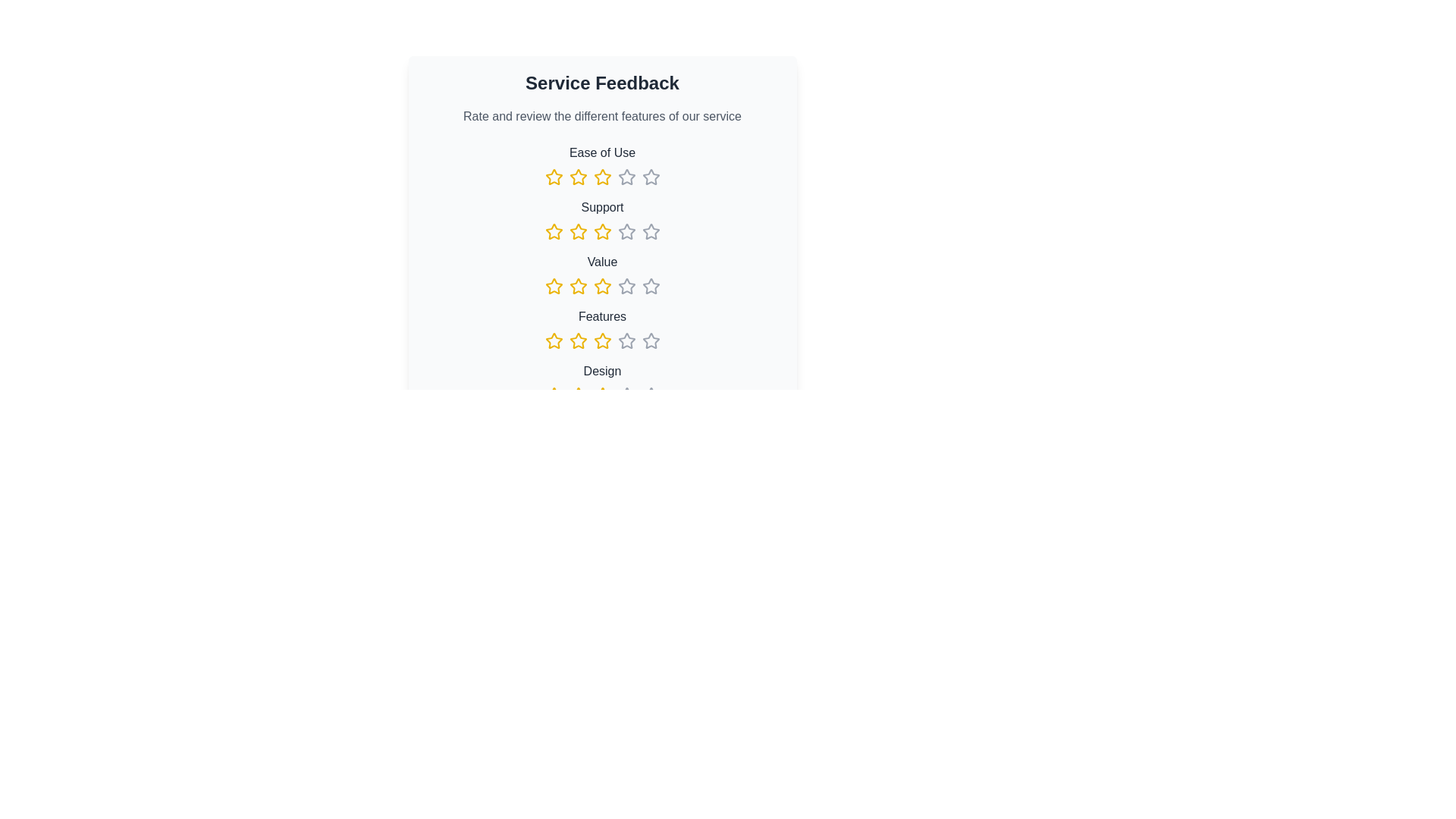  What do you see at coordinates (577, 231) in the screenshot?
I see `the second star in the rating icon set under the 'Support' category` at bounding box center [577, 231].